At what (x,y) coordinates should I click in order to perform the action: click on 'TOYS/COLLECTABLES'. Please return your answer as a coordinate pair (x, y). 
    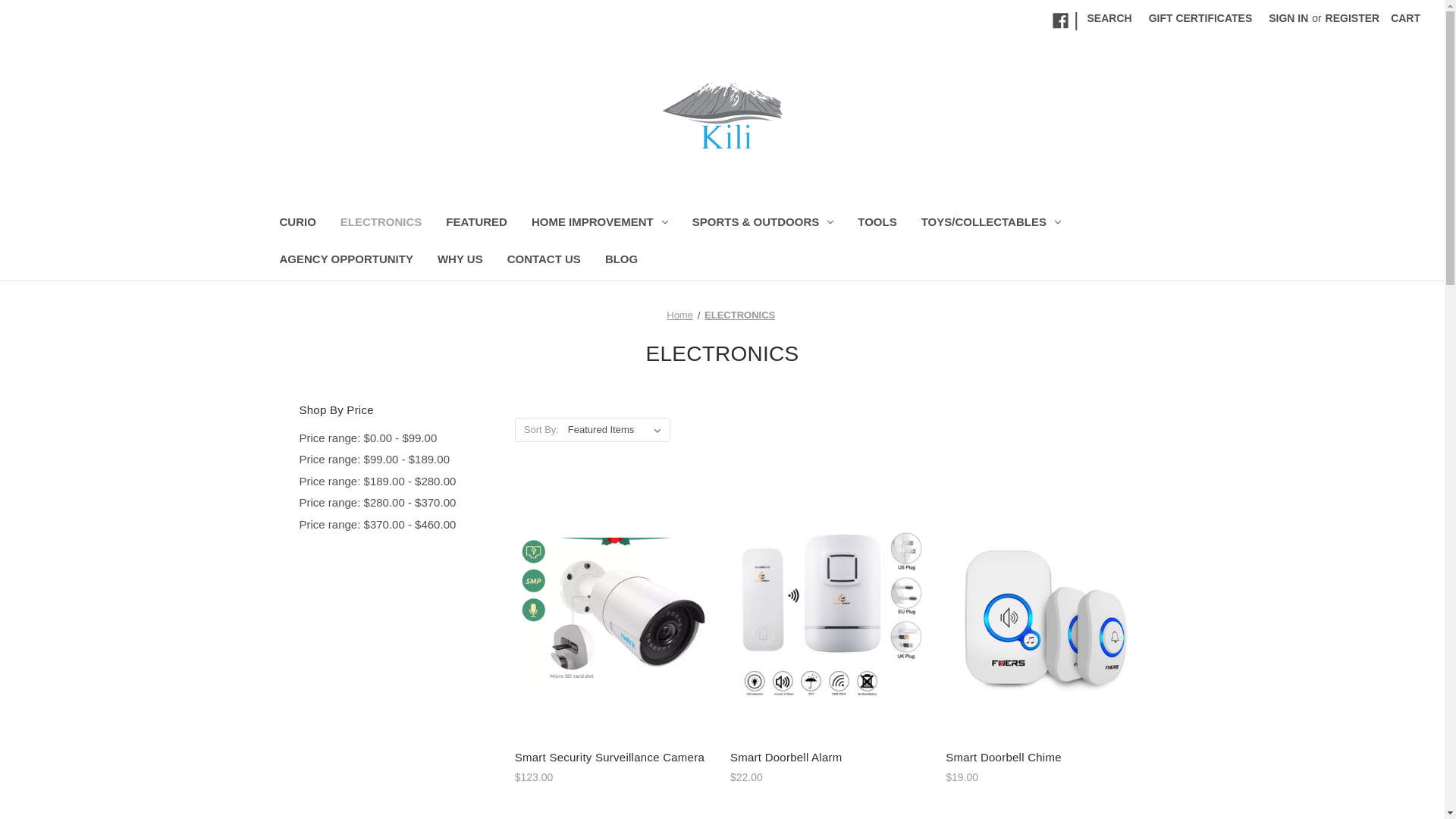
    Looking at the image, I should click on (990, 224).